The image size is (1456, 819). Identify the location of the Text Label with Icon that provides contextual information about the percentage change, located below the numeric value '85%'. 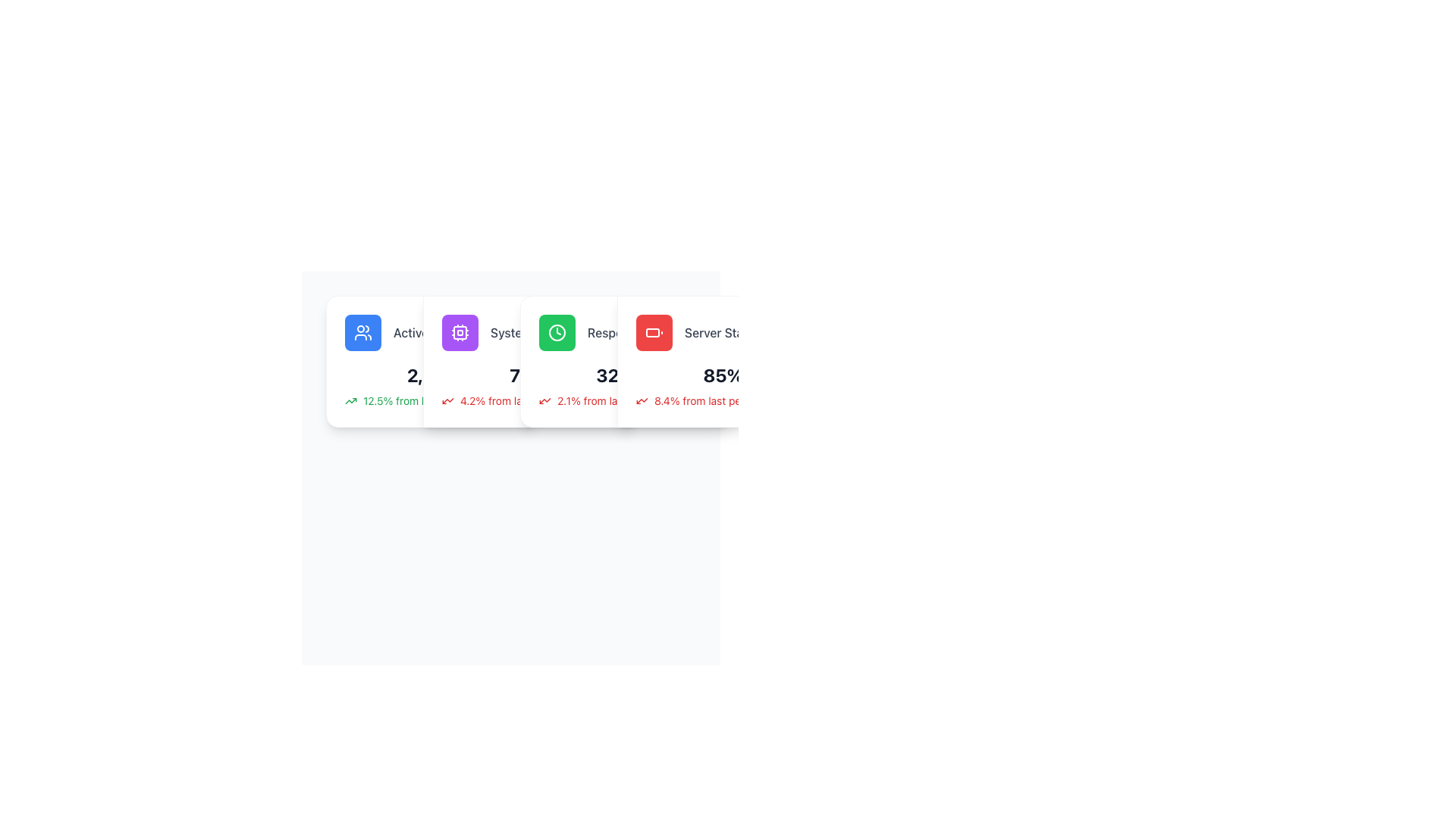
(723, 400).